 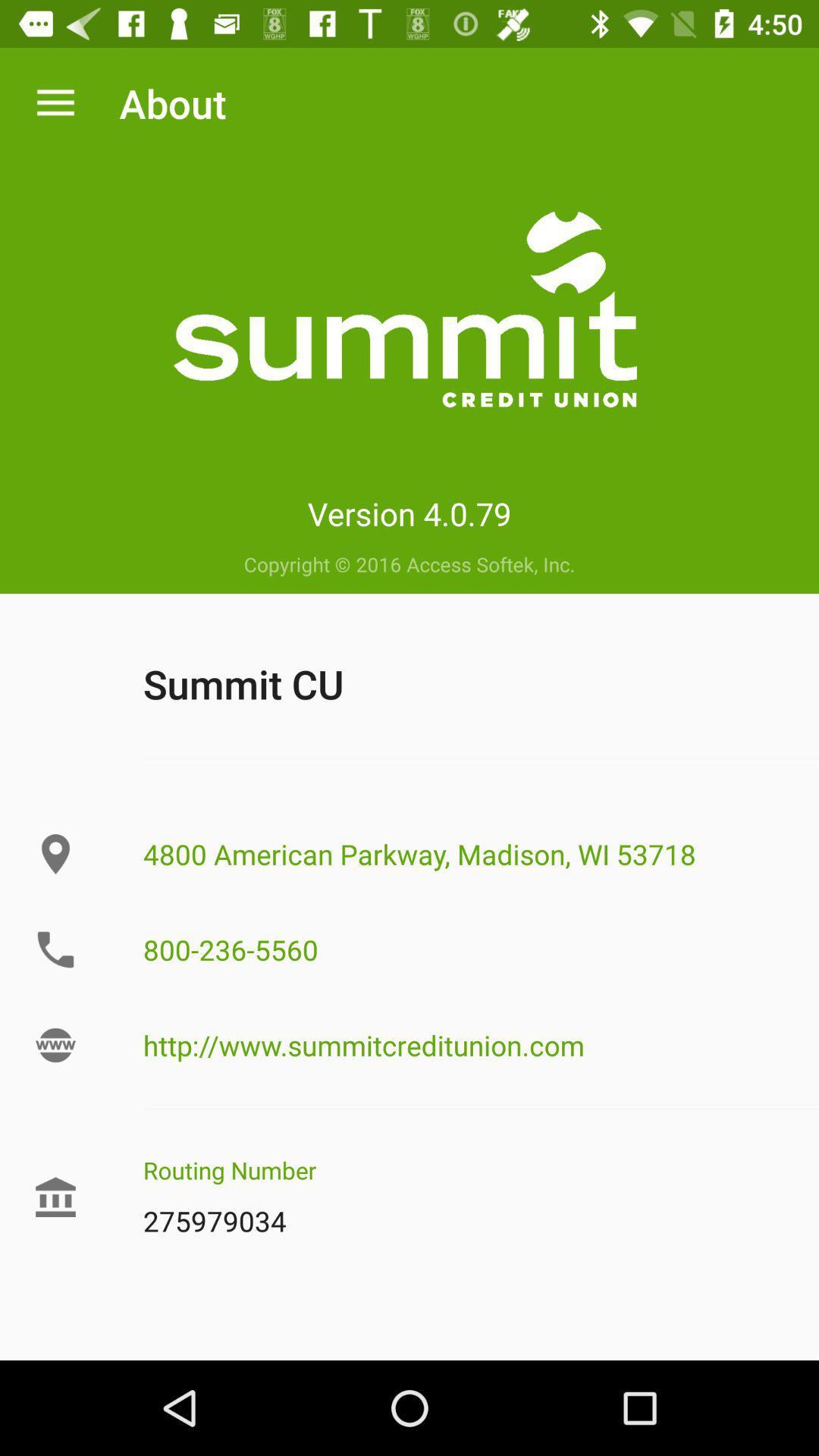 I want to click on the call icon, so click(x=55, y=949).